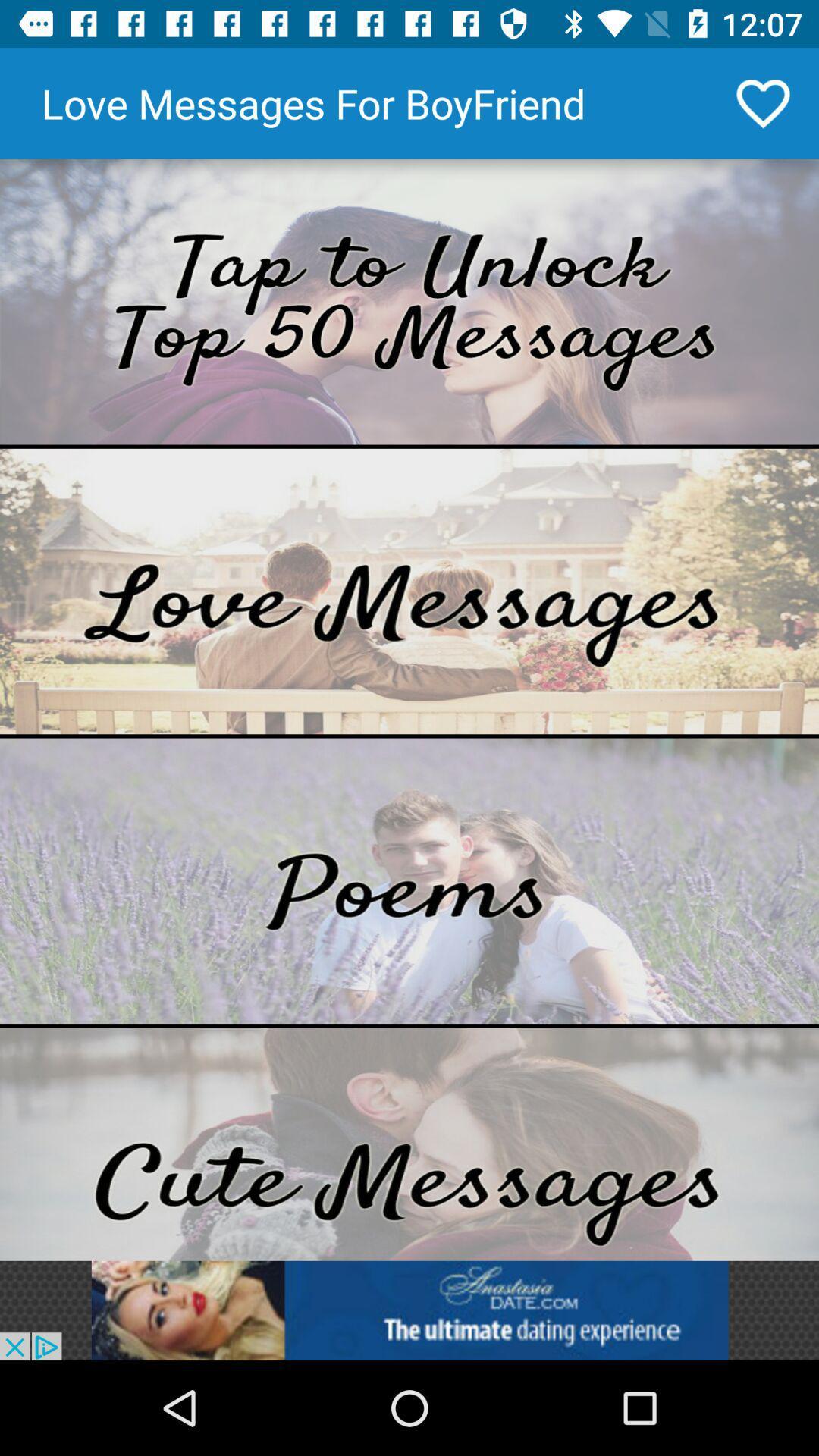 This screenshot has width=819, height=1456. What do you see at coordinates (409, 590) in the screenshot?
I see `open love messages` at bounding box center [409, 590].